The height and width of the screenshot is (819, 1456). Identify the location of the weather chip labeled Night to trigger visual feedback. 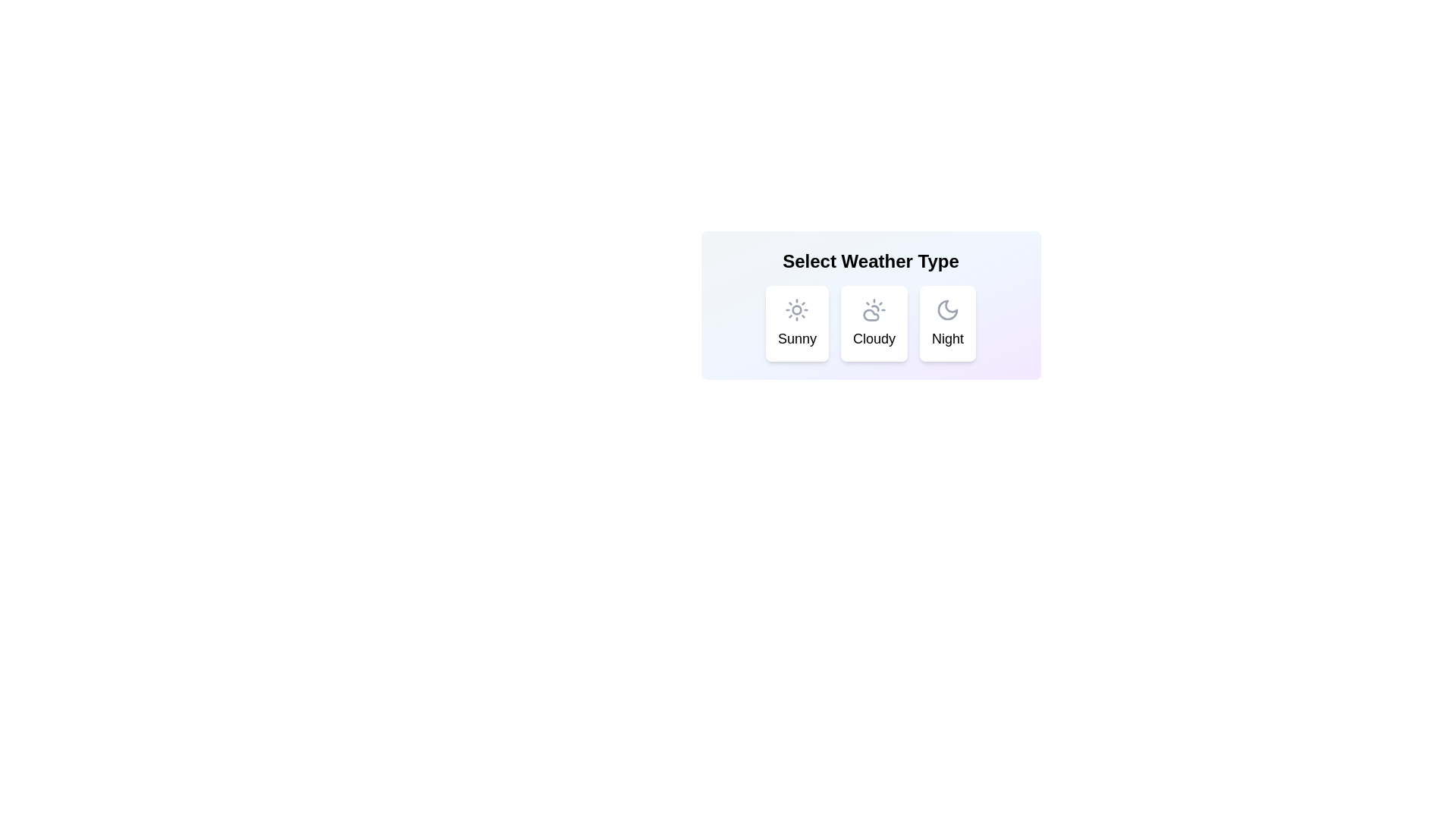
(947, 323).